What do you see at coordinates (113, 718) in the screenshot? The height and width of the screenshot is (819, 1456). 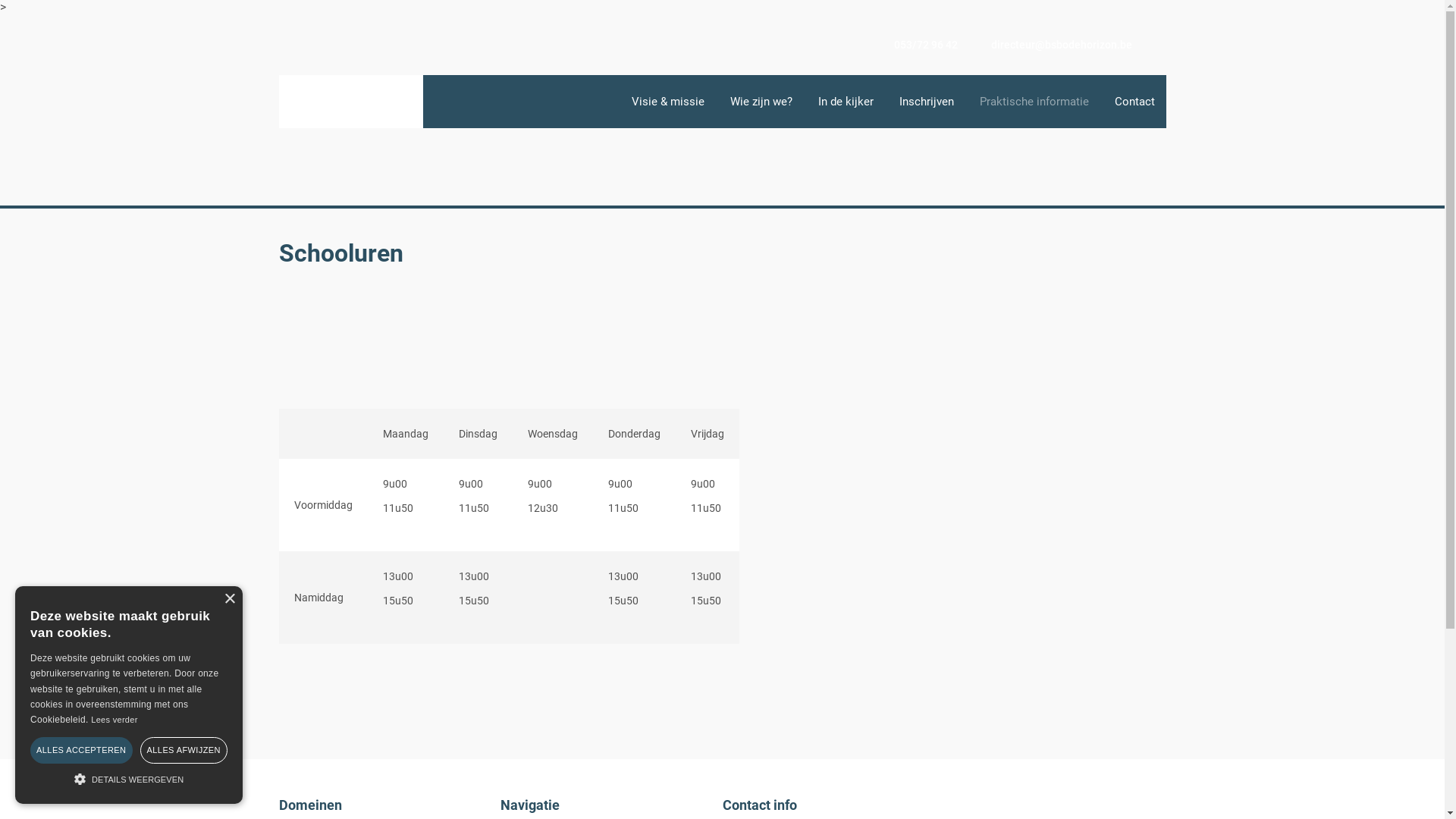 I see `'Lees verder'` at bounding box center [113, 718].